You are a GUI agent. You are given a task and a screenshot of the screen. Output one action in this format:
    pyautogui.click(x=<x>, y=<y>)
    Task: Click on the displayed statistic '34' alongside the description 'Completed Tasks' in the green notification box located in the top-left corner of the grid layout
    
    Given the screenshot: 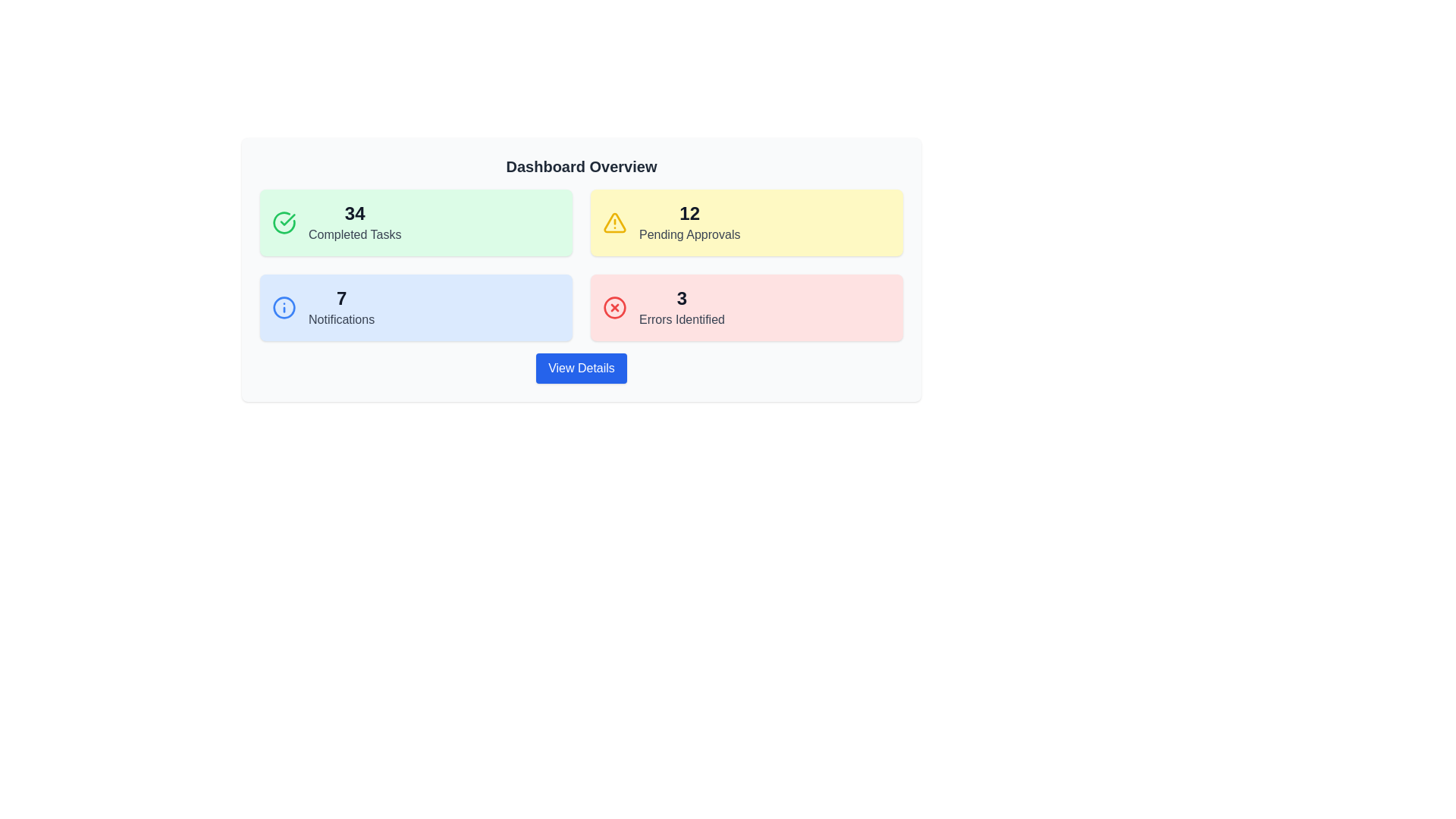 What is the action you would take?
    pyautogui.click(x=354, y=222)
    